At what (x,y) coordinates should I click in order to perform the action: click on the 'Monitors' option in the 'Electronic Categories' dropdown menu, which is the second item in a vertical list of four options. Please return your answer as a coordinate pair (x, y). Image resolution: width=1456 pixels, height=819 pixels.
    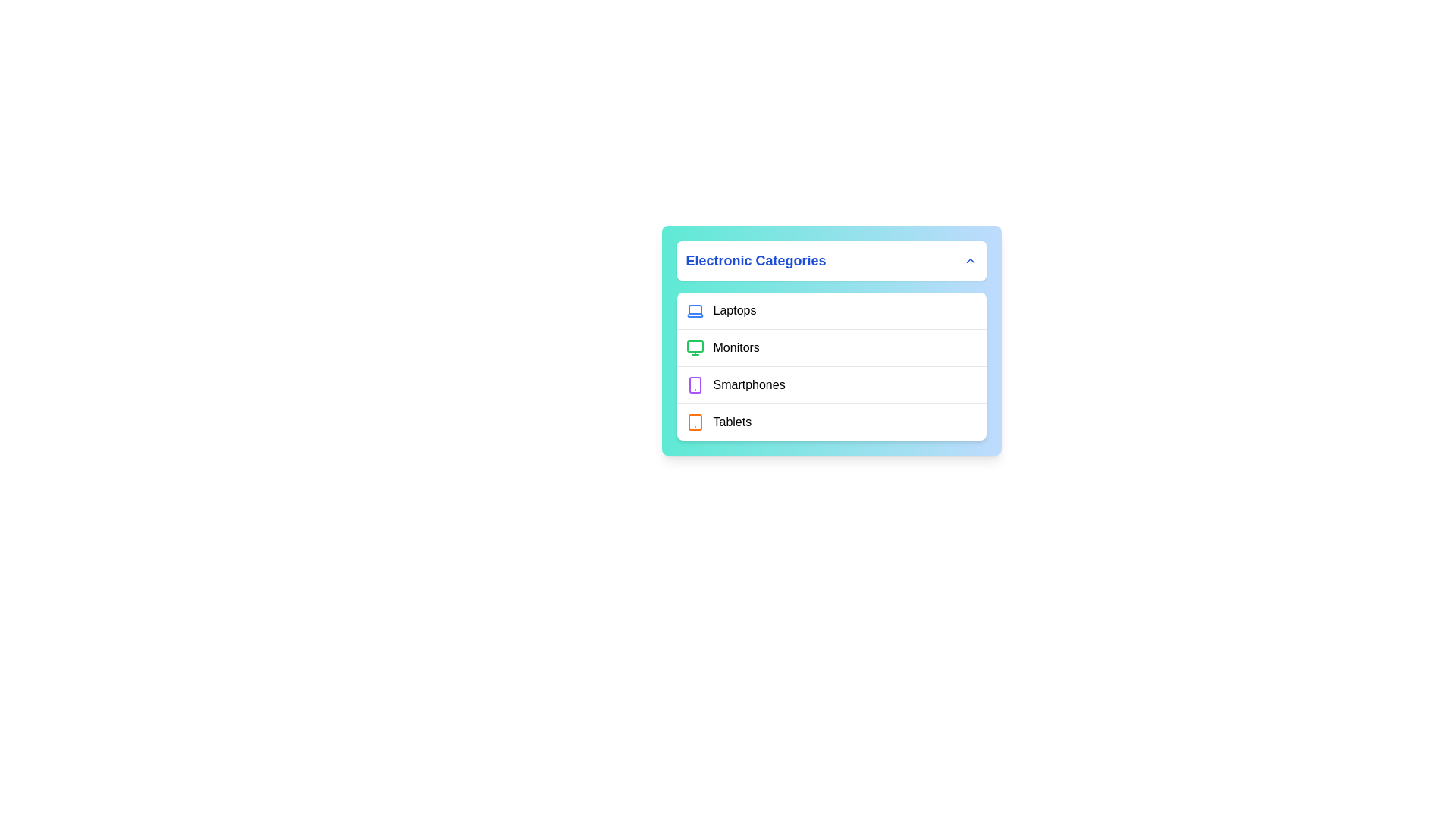
    Looking at the image, I should click on (830, 347).